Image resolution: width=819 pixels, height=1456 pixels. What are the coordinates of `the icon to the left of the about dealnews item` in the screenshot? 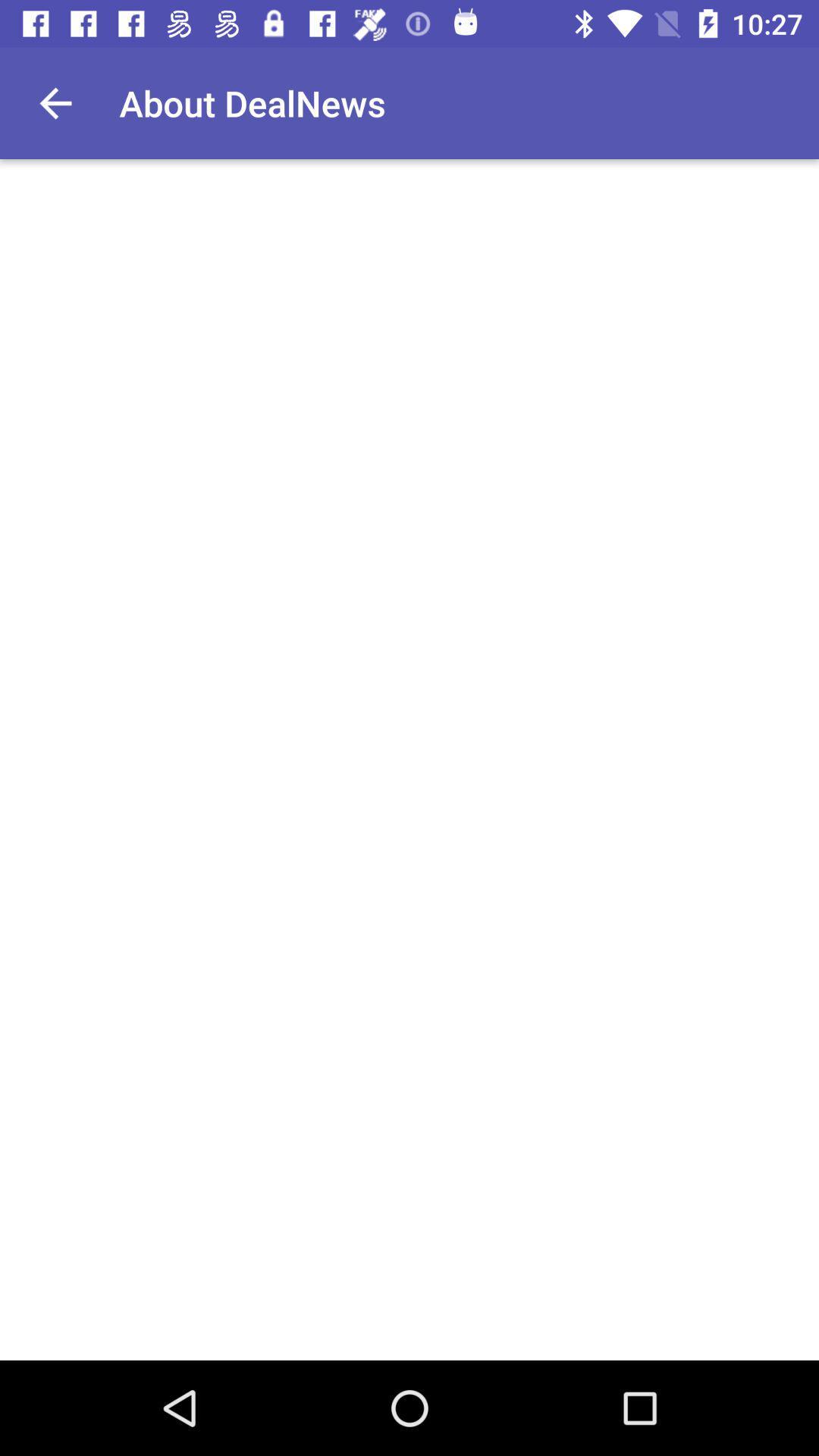 It's located at (55, 102).